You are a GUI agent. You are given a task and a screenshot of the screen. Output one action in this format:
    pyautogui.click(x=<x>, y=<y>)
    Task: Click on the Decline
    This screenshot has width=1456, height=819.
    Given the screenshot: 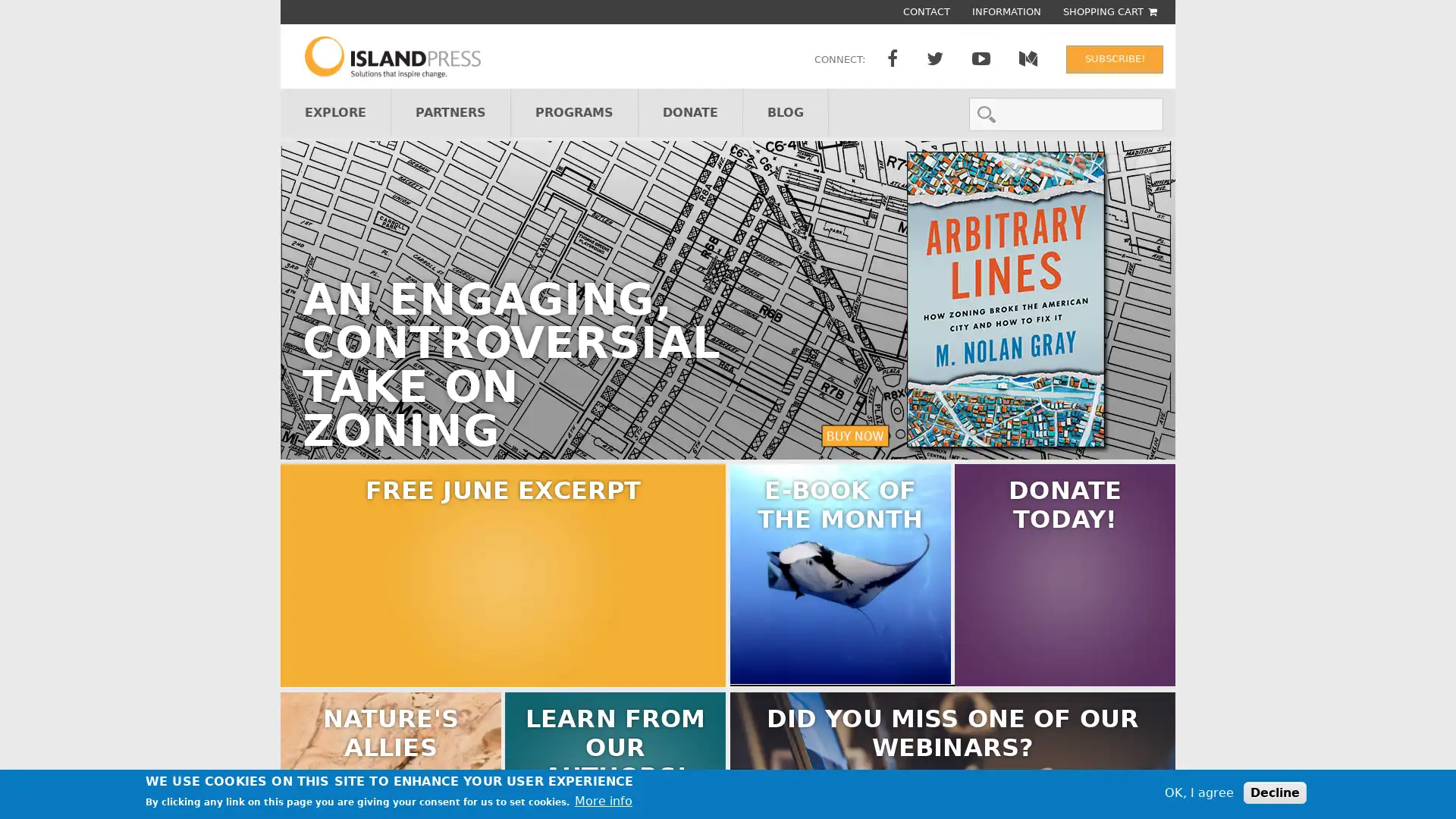 What is the action you would take?
    pyautogui.click(x=1274, y=792)
    